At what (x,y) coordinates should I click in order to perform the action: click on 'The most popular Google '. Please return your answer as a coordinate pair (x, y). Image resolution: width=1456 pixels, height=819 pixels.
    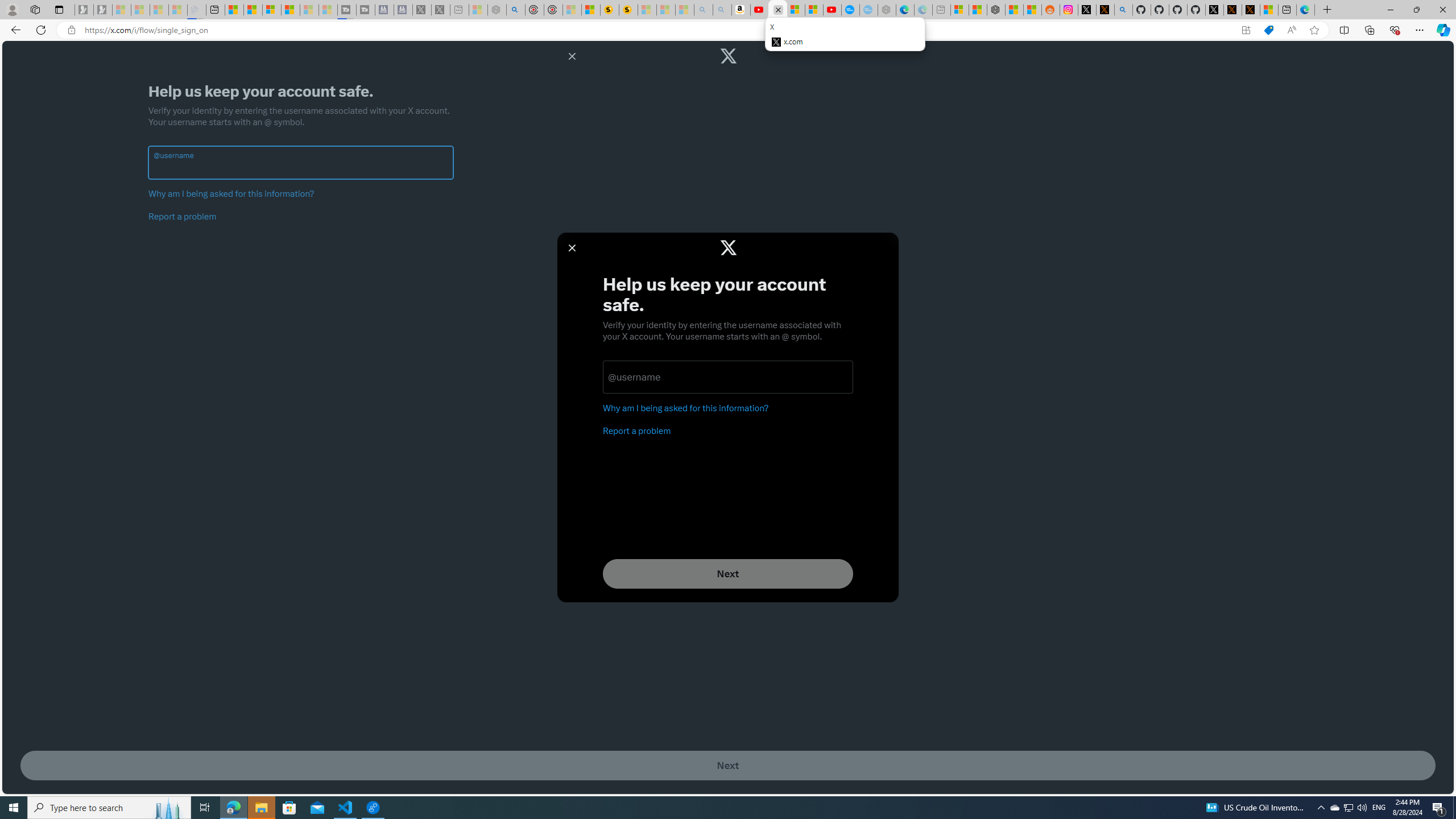
    Looking at the image, I should click on (868, 9).